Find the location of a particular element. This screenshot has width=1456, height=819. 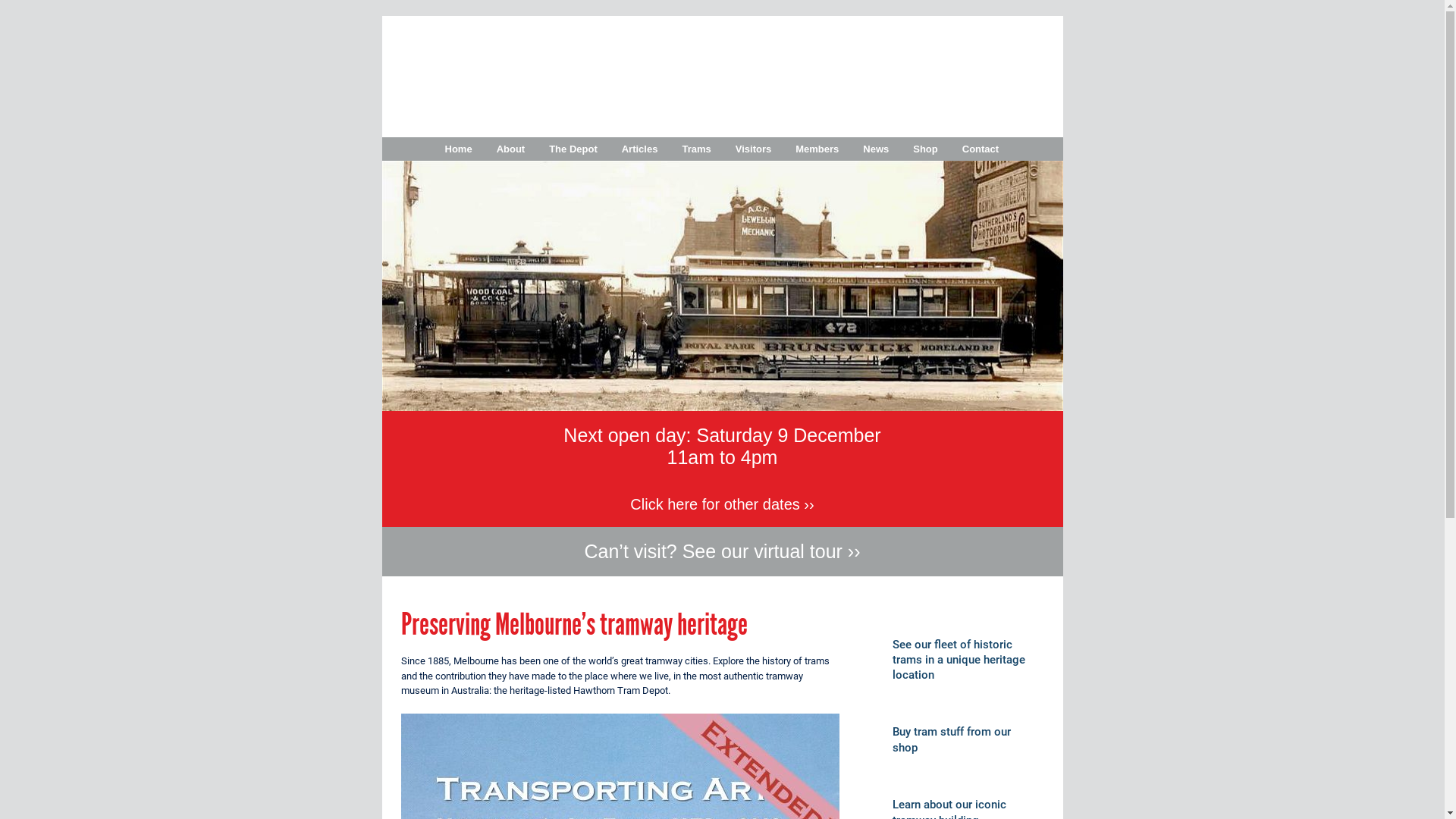

'News' is located at coordinates (876, 149).